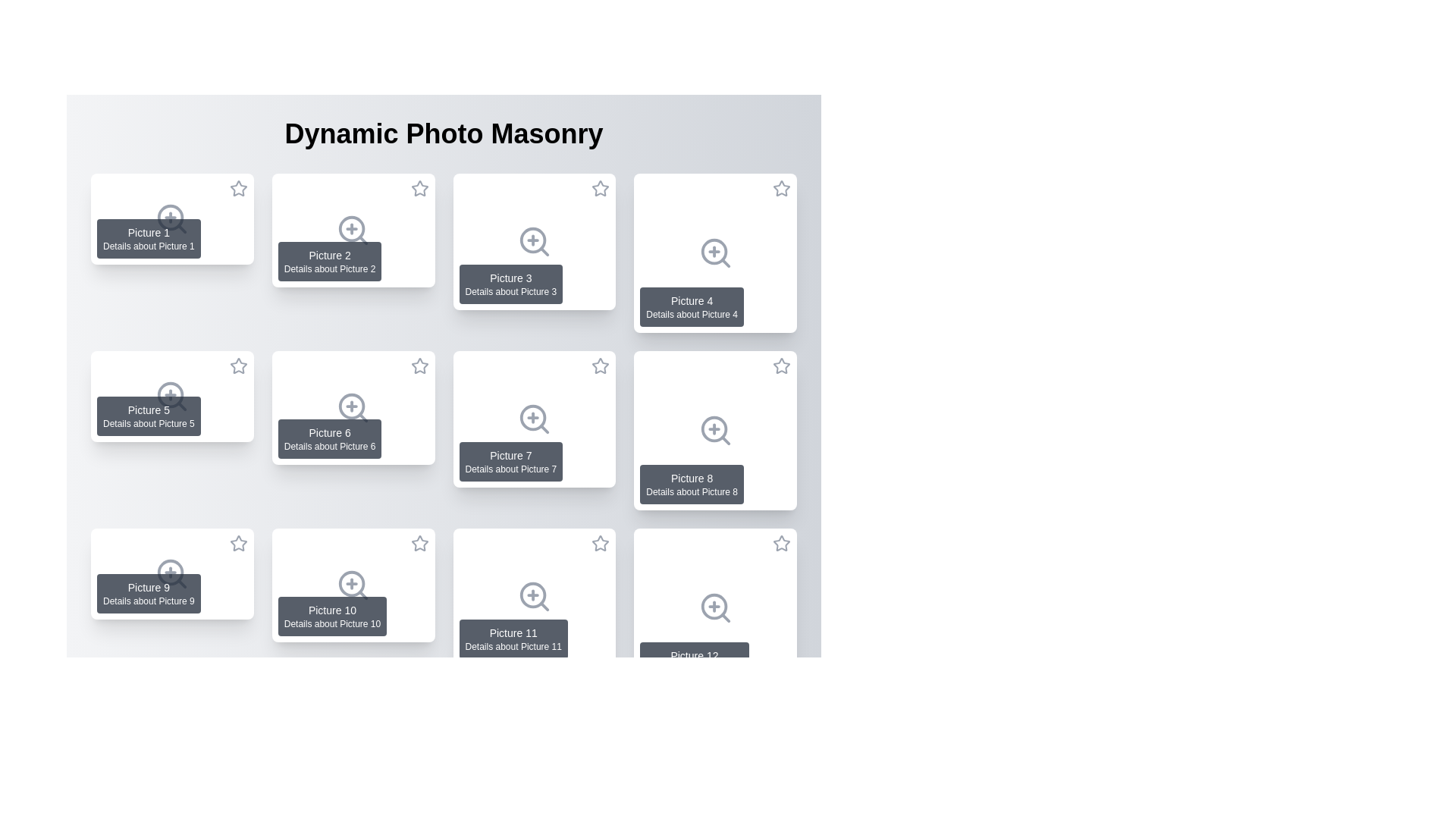  Describe the element at coordinates (534, 419) in the screenshot. I see `the zoom-in icon (magnifying glass with a plus symbol) located at the center of the card labeled 'Picture 7'` at that location.